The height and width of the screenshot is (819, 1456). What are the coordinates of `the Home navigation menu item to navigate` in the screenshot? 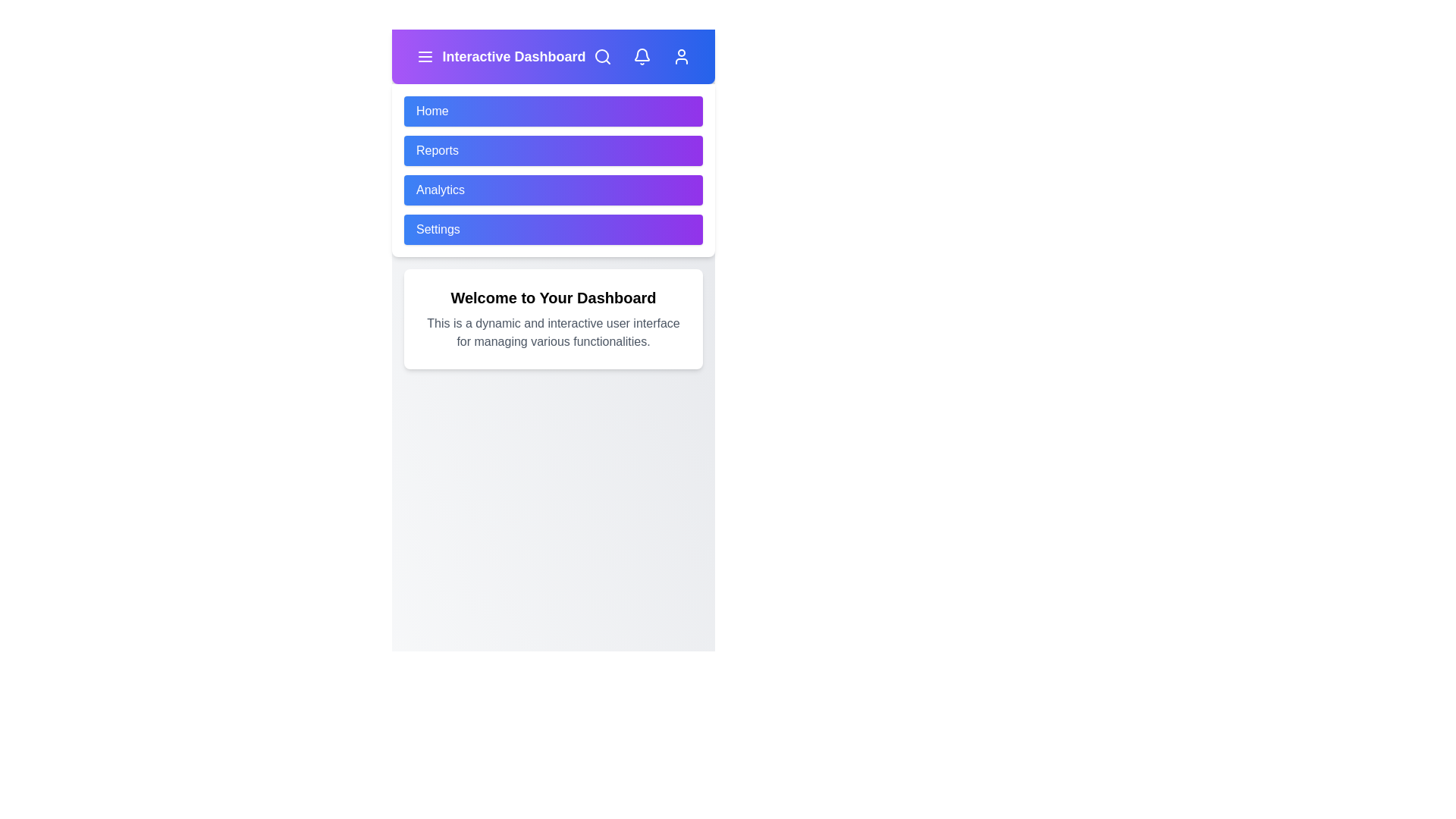 It's located at (552, 110).